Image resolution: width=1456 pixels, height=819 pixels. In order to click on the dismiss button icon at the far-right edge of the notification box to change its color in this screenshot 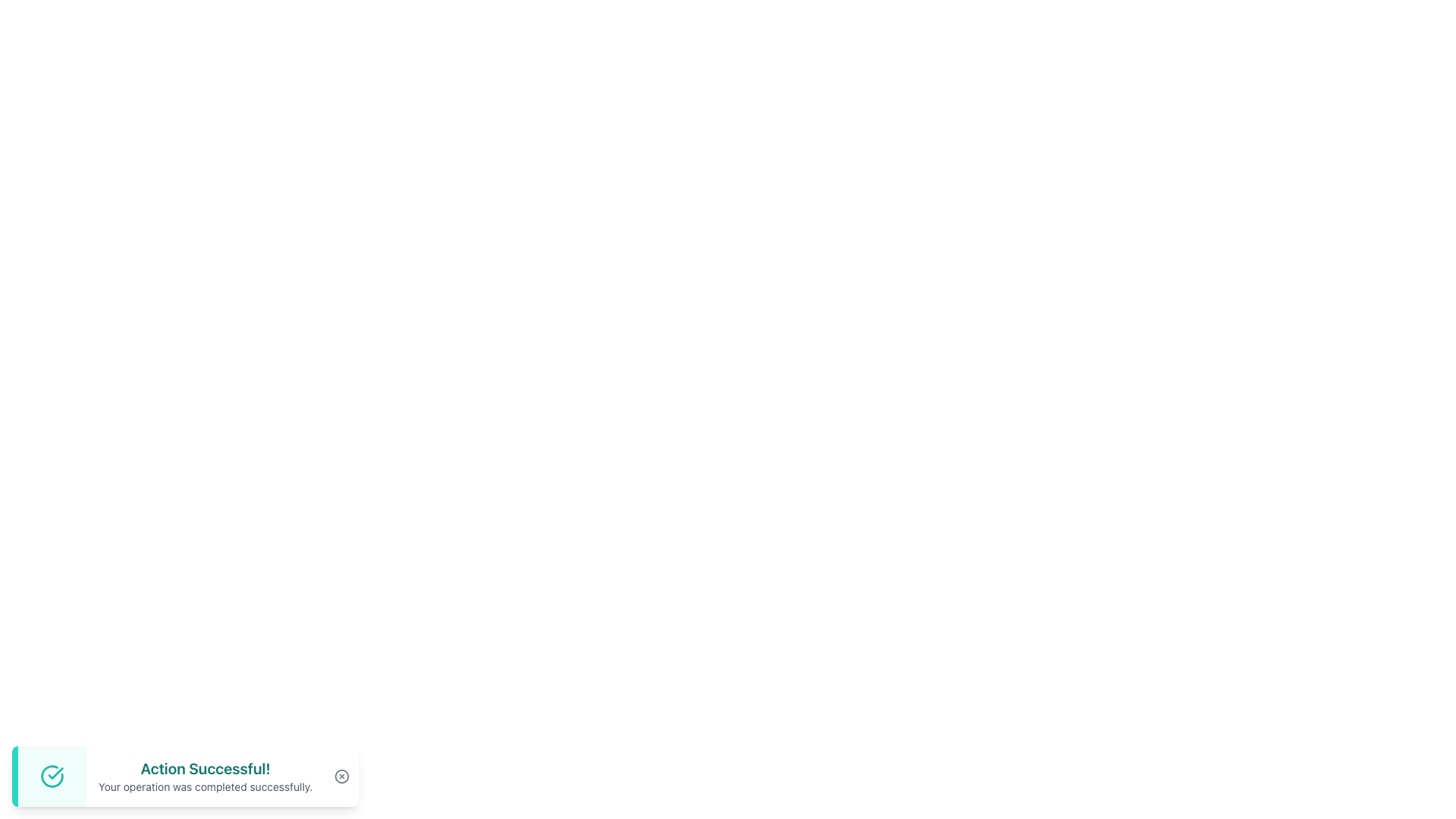, I will do `click(340, 776)`.